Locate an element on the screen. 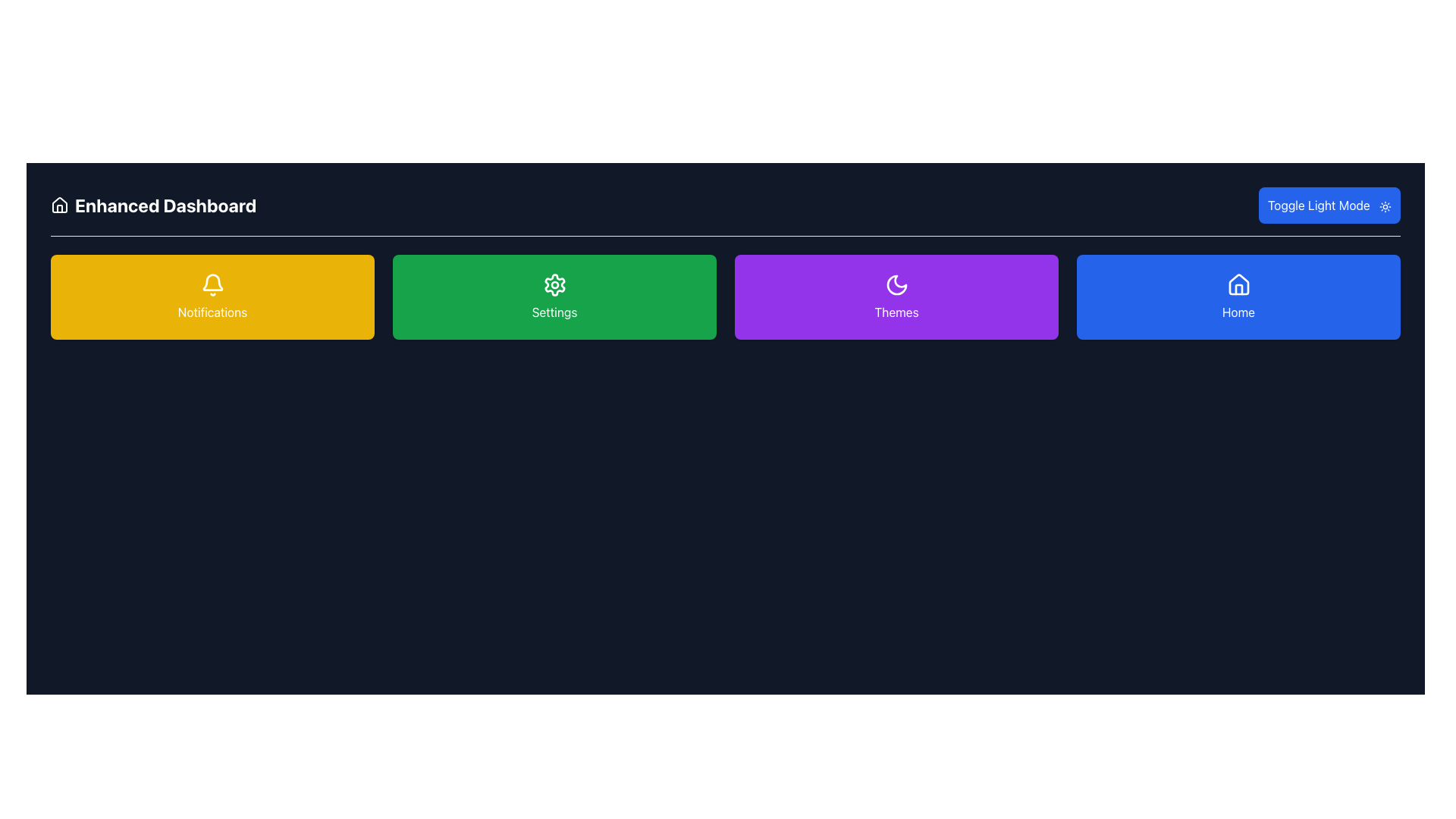 The width and height of the screenshot is (1456, 819). the 'Themes' button located between the 'Settings' button (green background) and the 'Home' button (blue background) is located at coordinates (896, 297).